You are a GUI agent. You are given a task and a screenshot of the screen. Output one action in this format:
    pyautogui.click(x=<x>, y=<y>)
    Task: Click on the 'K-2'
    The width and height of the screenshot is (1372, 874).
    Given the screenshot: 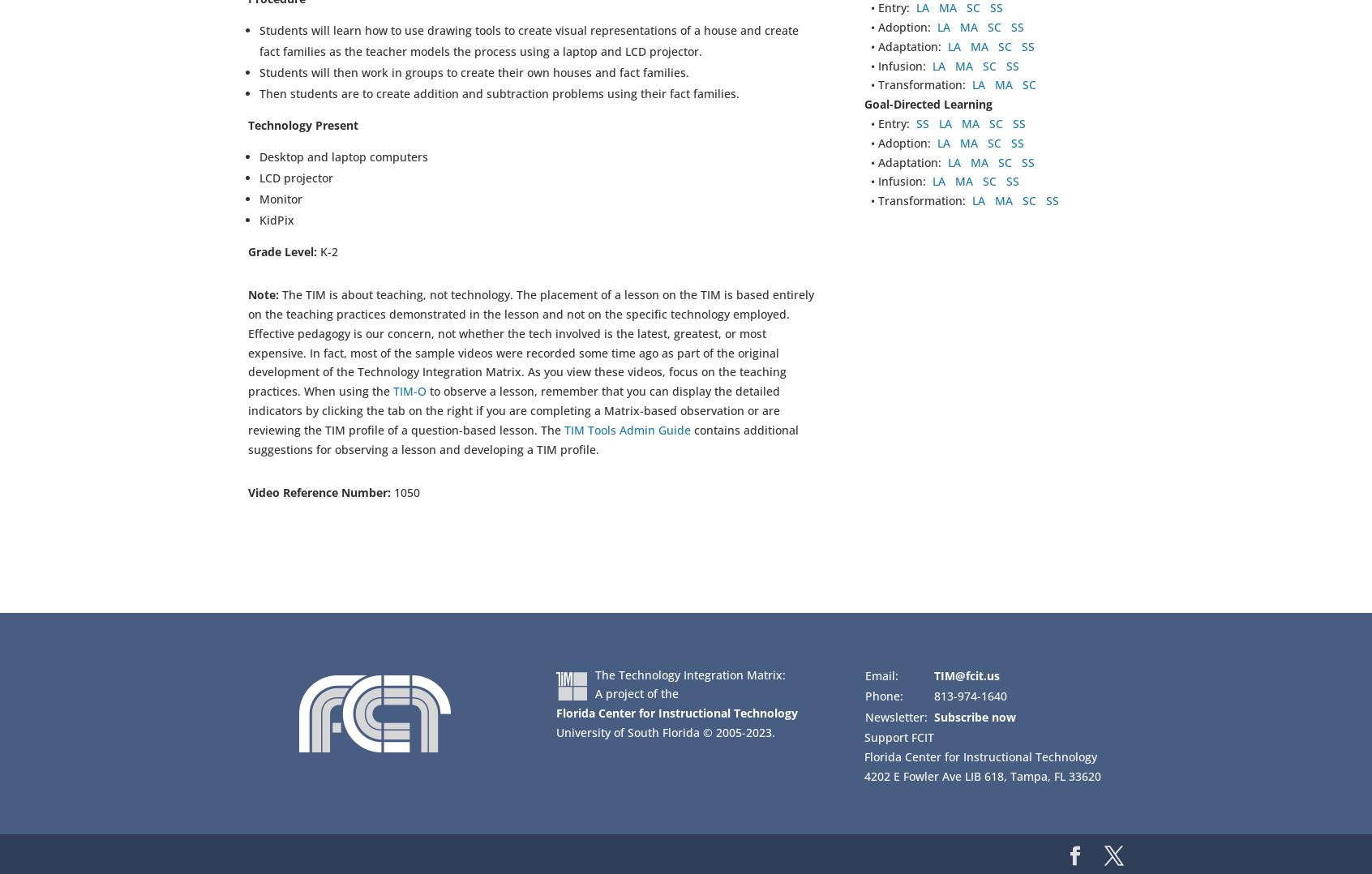 What is the action you would take?
    pyautogui.click(x=328, y=250)
    